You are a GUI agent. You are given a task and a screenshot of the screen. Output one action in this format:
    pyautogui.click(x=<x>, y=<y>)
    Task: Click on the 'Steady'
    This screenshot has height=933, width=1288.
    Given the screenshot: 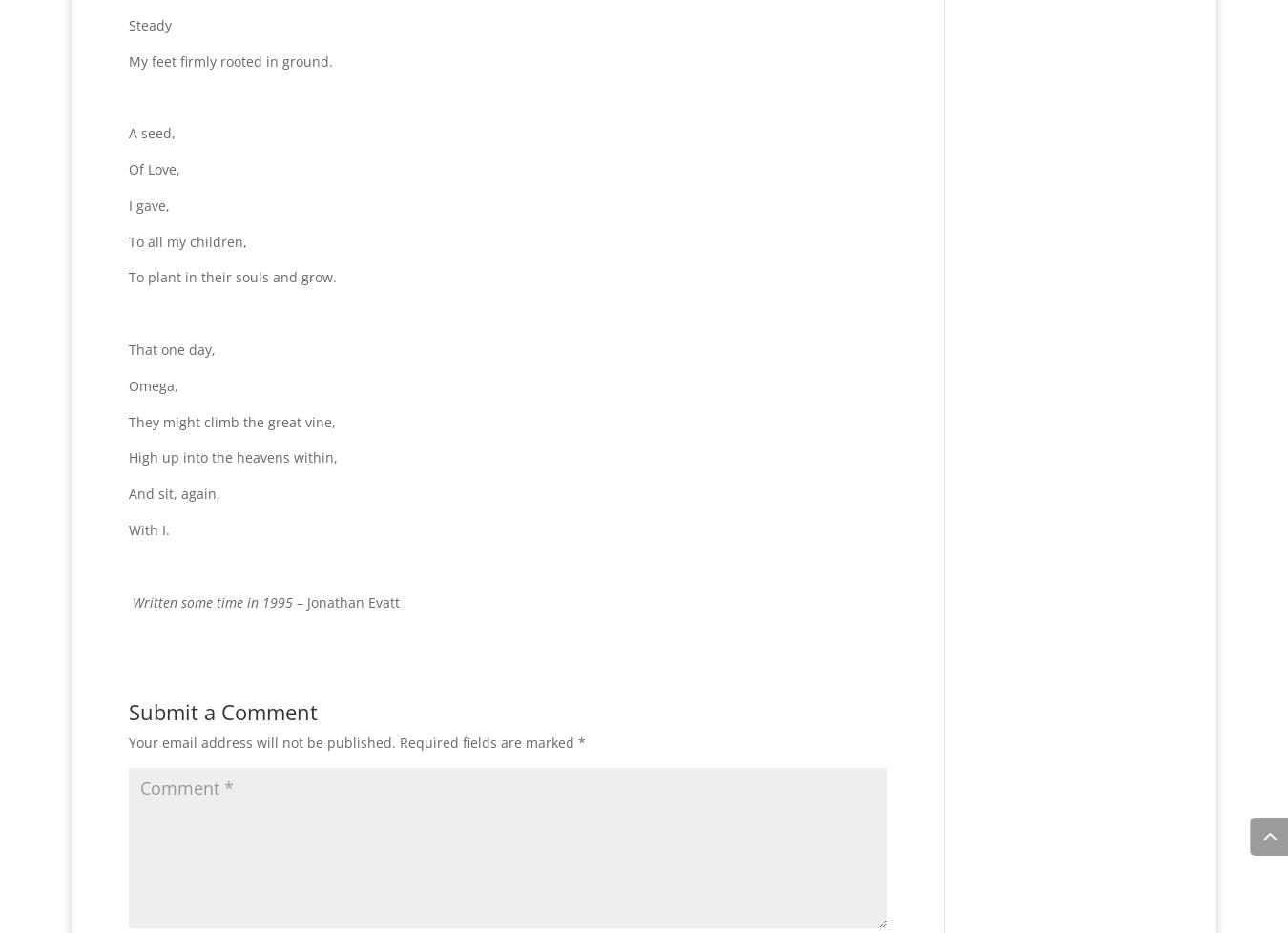 What is the action you would take?
    pyautogui.click(x=150, y=24)
    